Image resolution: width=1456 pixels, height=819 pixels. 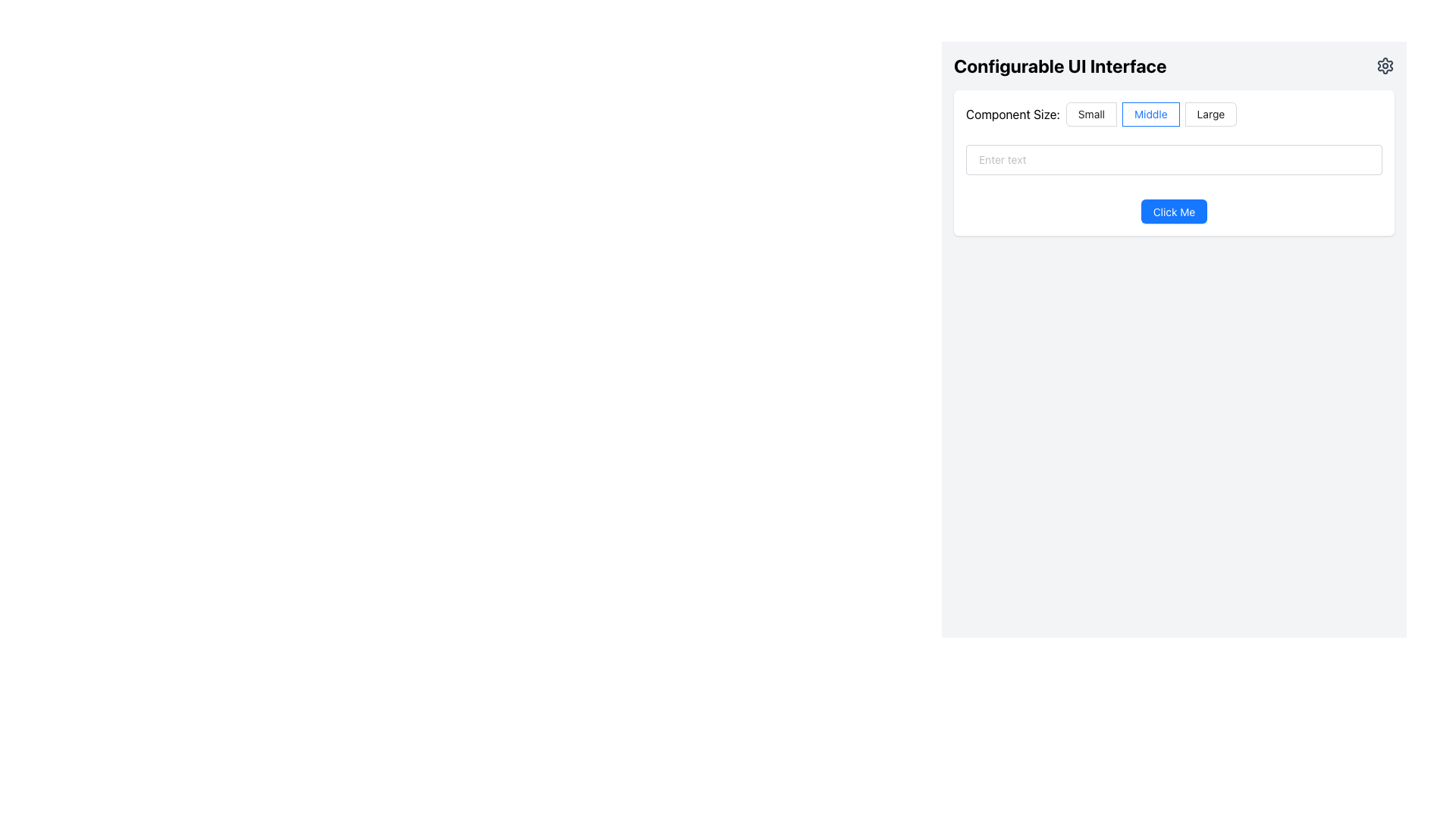 What do you see at coordinates (1173, 211) in the screenshot?
I see `the blue rounded rectangular button labeled 'Click Me'` at bounding box center [1173, 211].